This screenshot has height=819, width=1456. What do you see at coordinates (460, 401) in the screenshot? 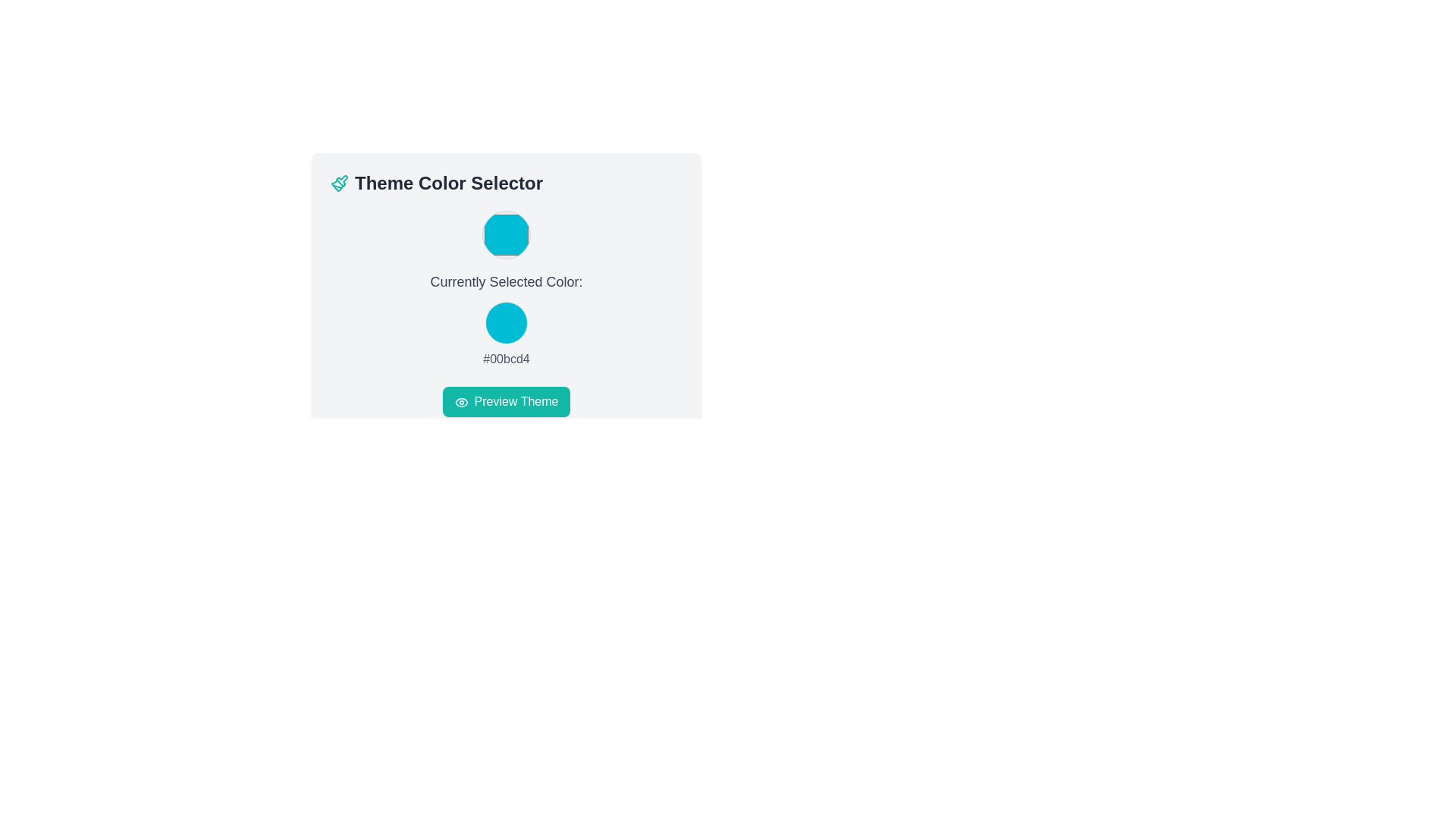
I see `the outer contour of the eye figure, which is styled with a thin teal outline and is located near the top center of the theme color selection interface` at bounding box center [460, 401].